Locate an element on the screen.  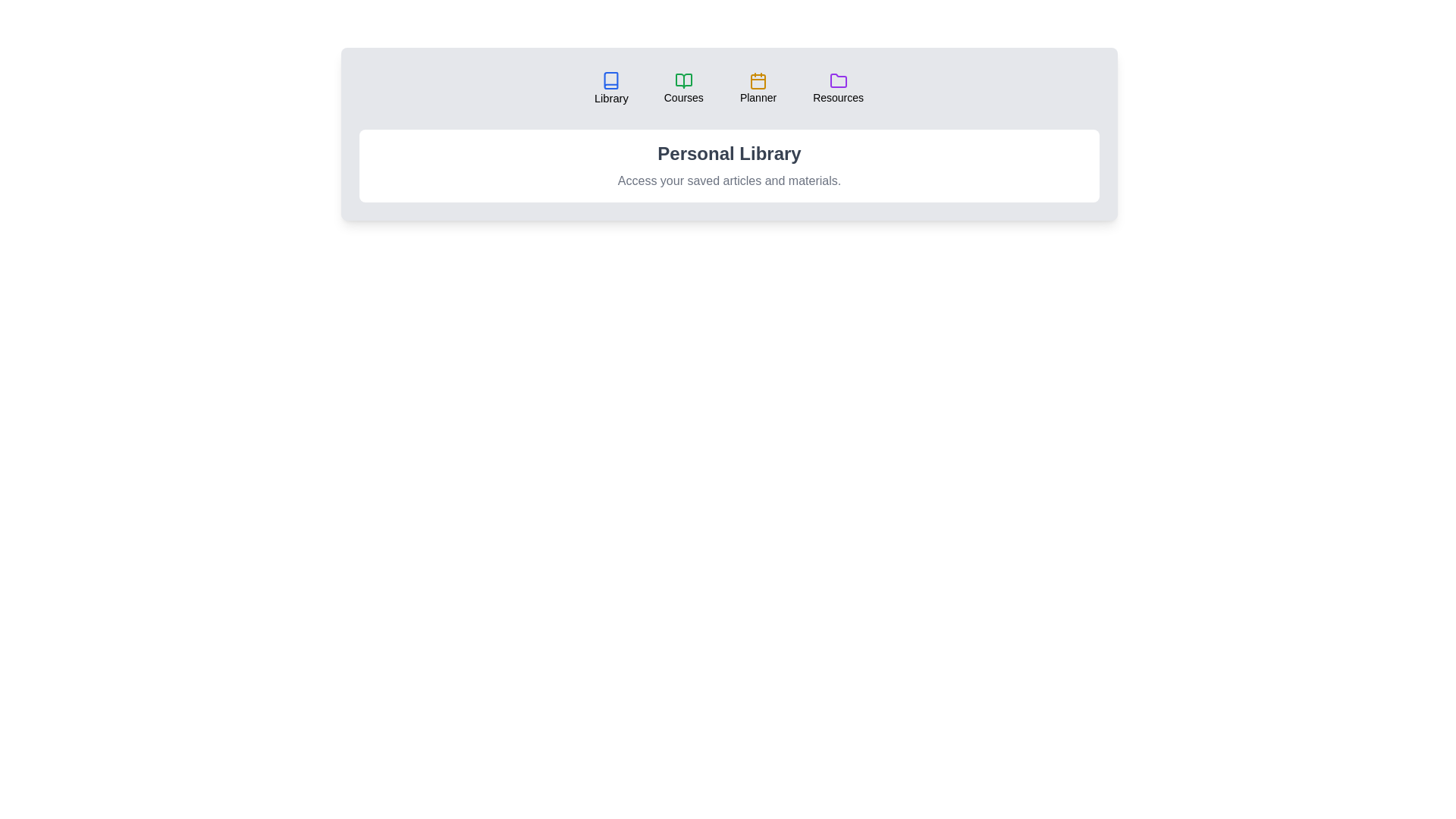
the tab labeled Courses by clicking on it is located at coordinates (682, 88).